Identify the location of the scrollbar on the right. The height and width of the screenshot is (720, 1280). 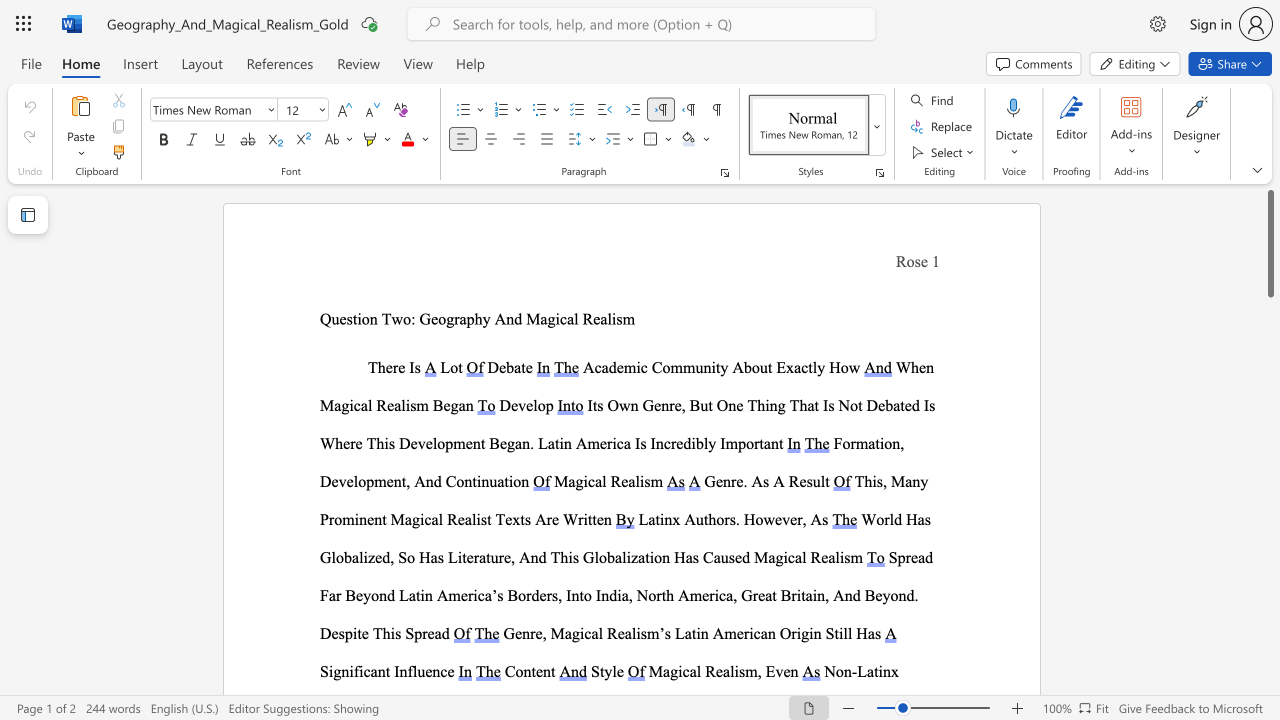
(1269, 588).